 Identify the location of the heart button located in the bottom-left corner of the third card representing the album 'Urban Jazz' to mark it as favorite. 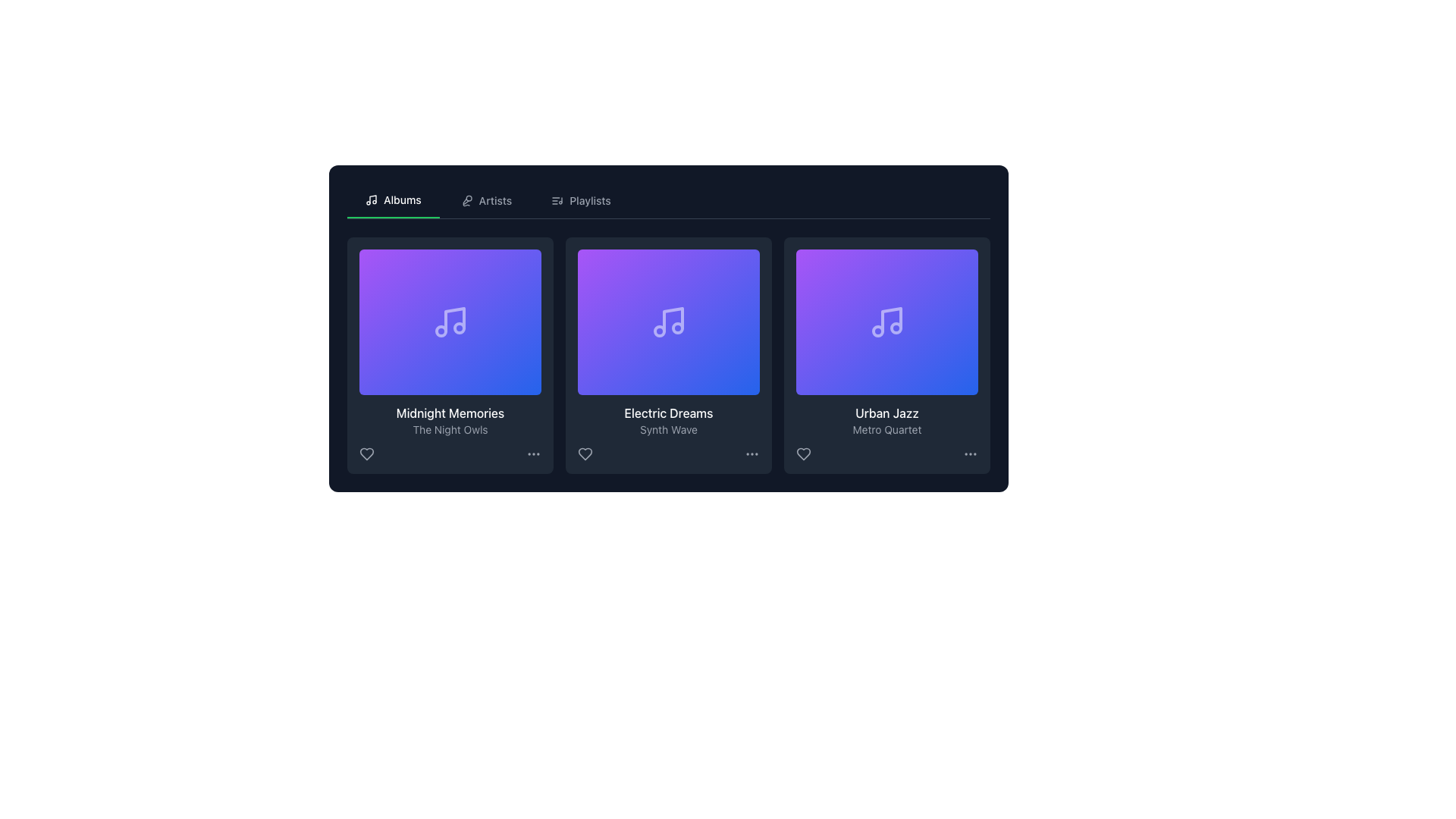
(803, 453).